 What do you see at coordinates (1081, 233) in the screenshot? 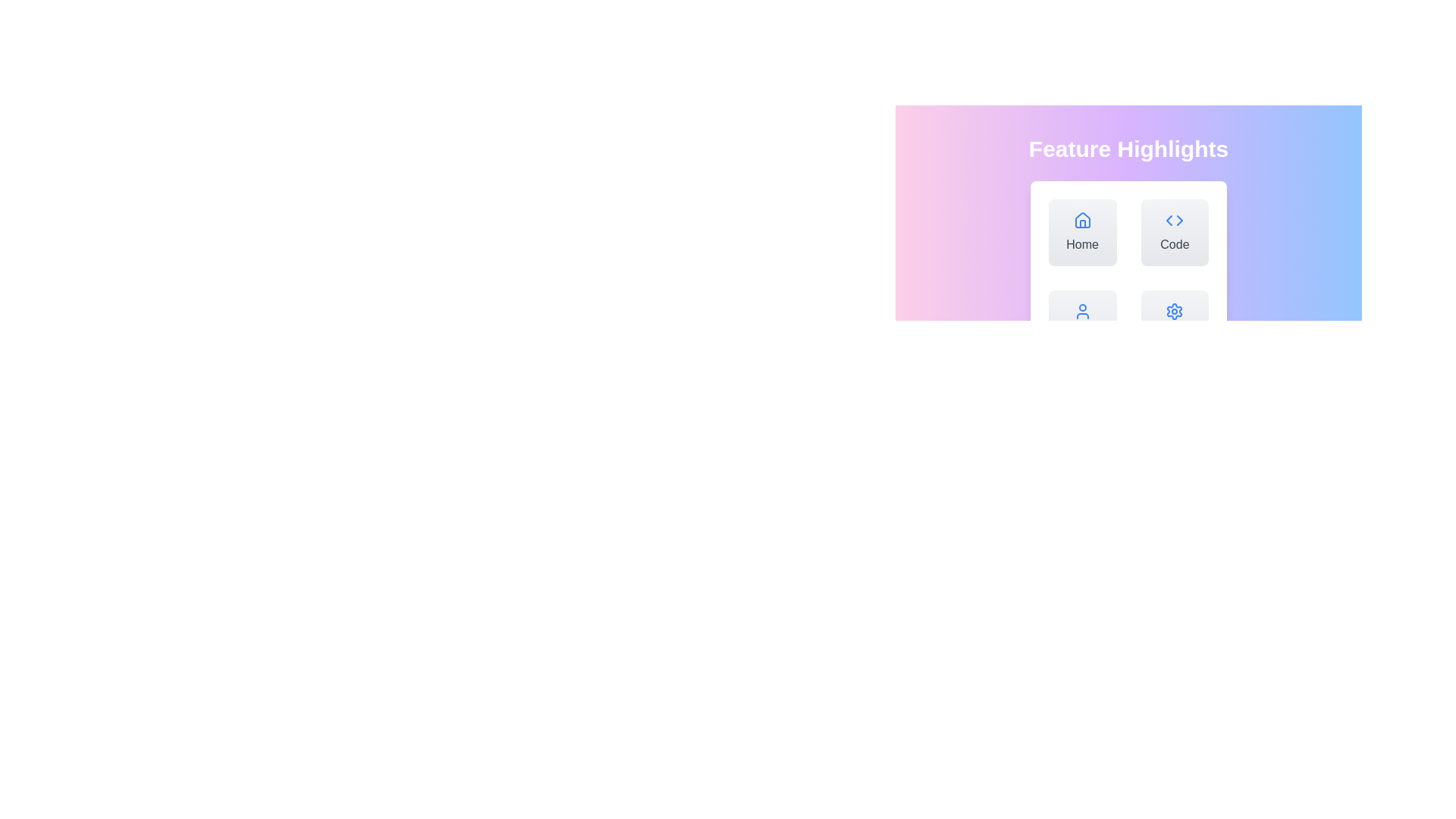
I see `the 'Home' navigation button located in the top-left corner of the interactive grid` at bounding box center [1081, 233].